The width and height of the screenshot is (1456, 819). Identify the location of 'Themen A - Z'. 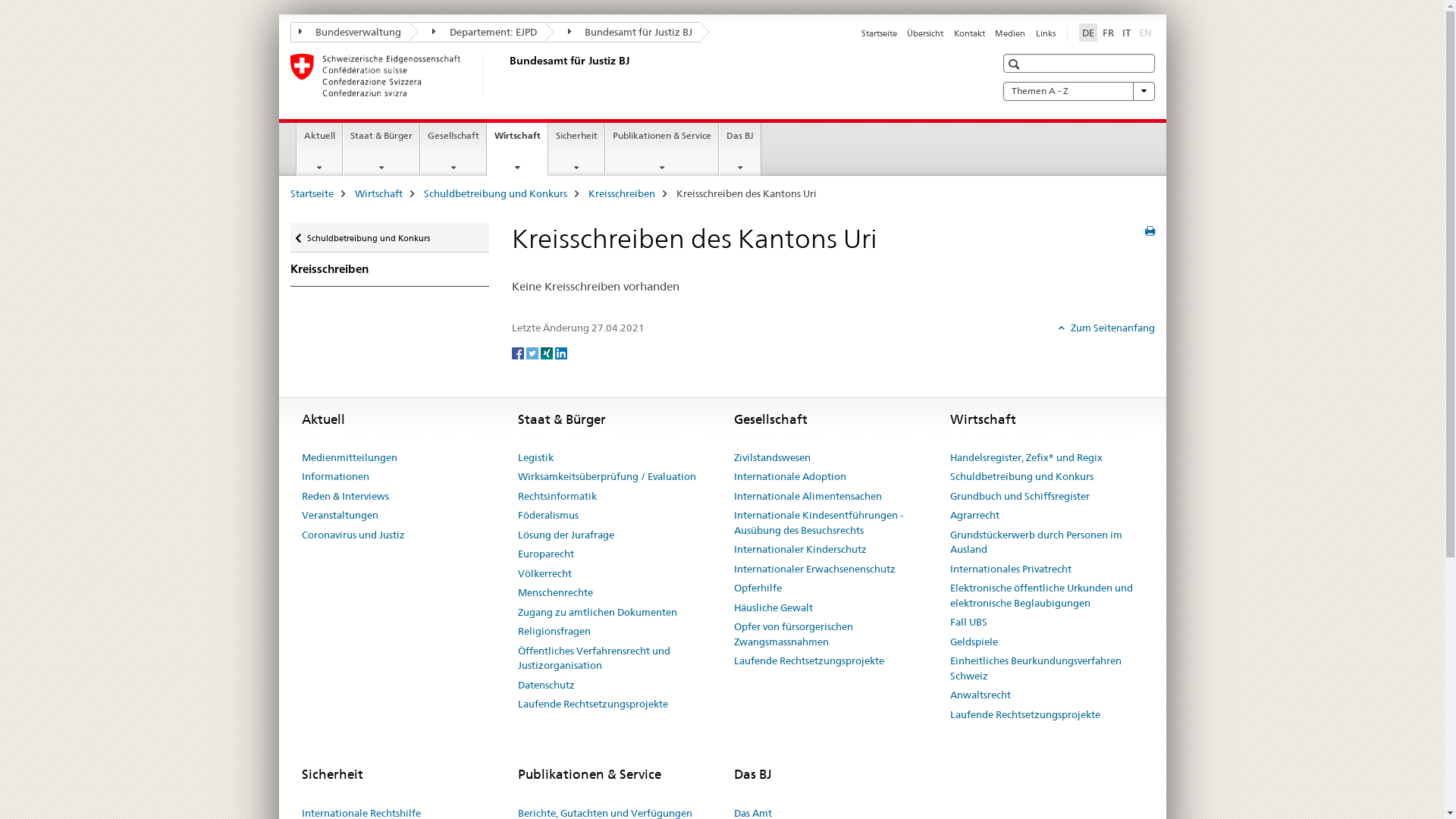
(1002, 90).